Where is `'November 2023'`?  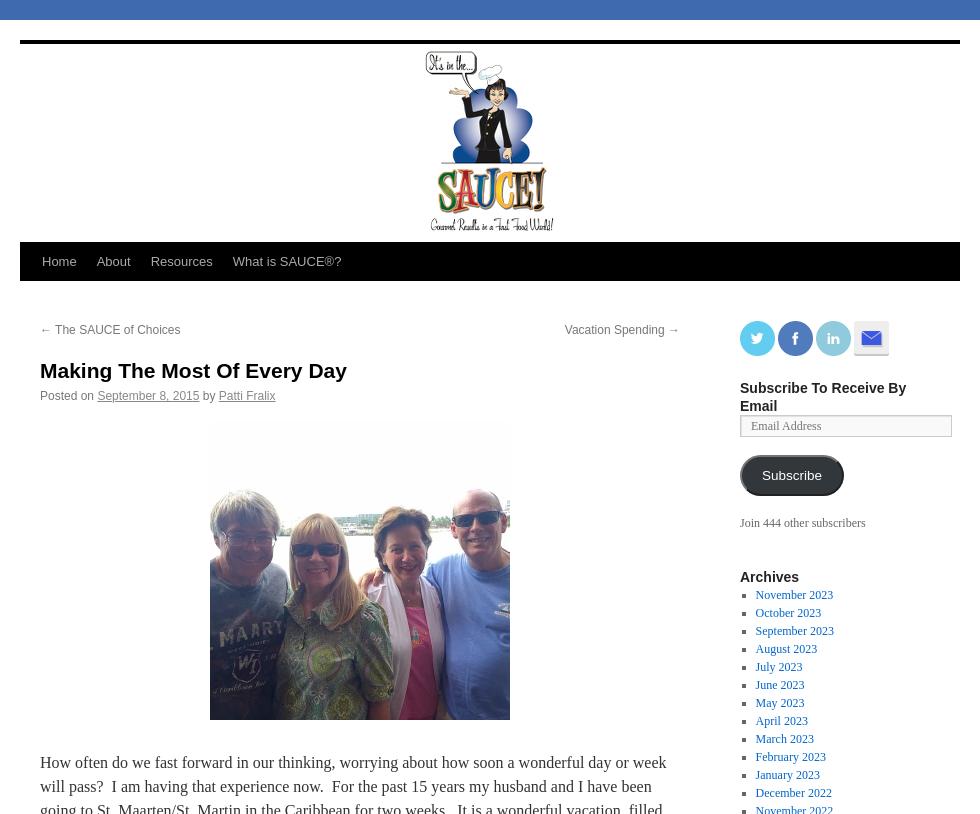 'November 2023' is located at coordinates (793, 594).